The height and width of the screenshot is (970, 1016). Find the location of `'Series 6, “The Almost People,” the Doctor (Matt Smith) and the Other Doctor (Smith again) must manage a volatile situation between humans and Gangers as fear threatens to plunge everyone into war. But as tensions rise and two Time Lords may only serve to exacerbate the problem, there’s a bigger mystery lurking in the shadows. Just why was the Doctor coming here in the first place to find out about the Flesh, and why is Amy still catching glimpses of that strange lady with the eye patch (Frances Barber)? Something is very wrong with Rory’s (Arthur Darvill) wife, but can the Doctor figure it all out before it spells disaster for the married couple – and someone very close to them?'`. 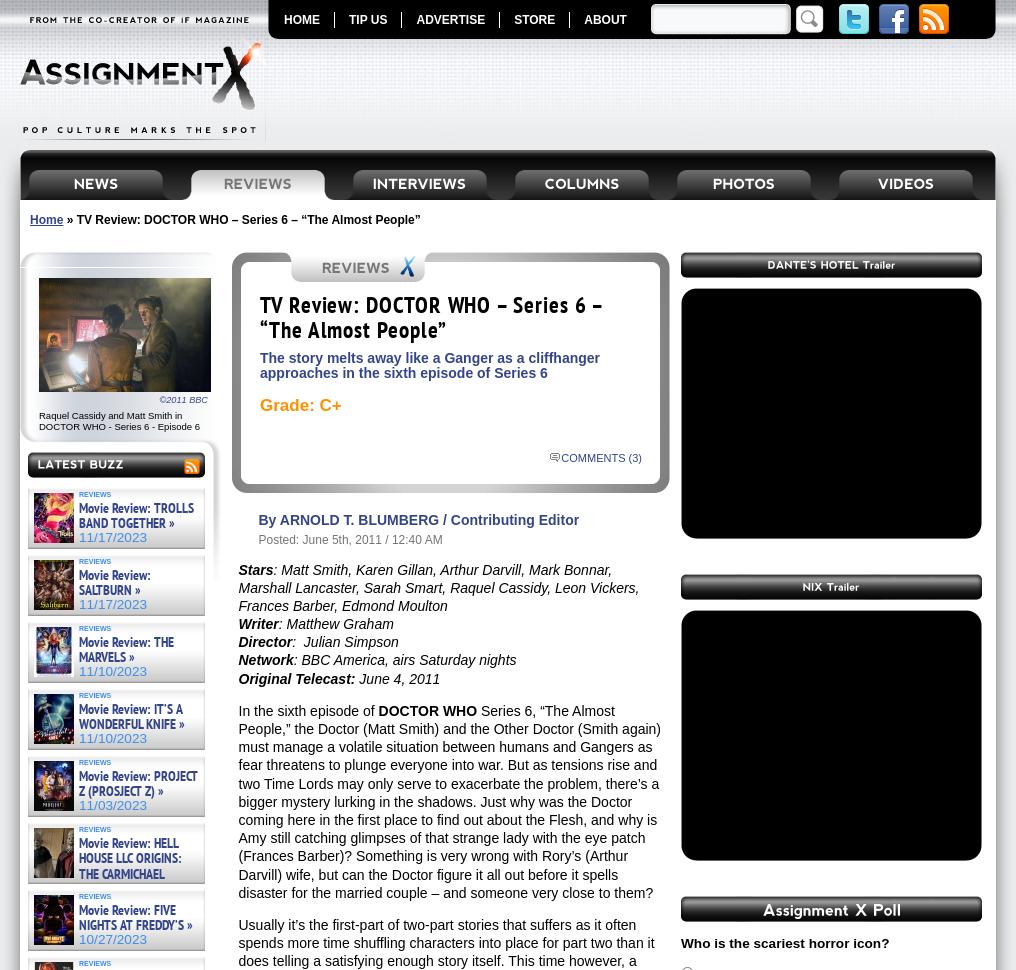

'Series 6, “The Almost People,” the Doctor (Matt Smith) and the Other Doctor (Smith again) must manage a volatile situation between humans and Gangers as fear threatens to plunge everyone into war. But as tensions rise and two Time Lords may only serve to exacerbate the problem, there’s a bigger mystery lurking in the shadows. Just why was the Doctor coming here in the first place to find out about the Flesh, and why is Amy still catching glimpses of that strange lady with the eye patch (Frances Barber)? Something is very wrong with Rory’s (Arthur Darvill) wife, but can the Doctor figure it all out before it spells disaster for the married couple – and someone very close to them?' is located at coordinates (449, 801).